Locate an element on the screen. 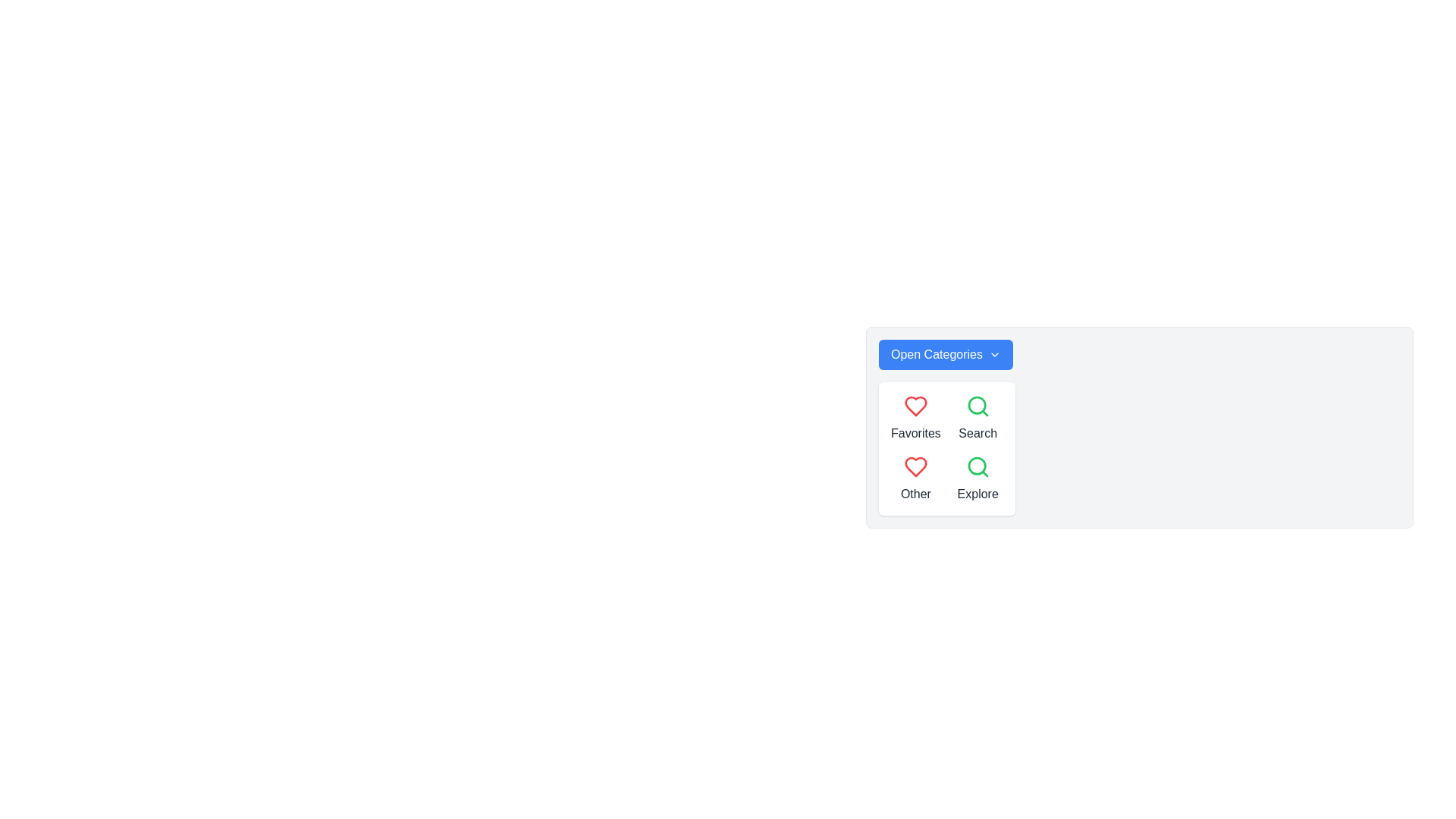 The height and width of the screenshot is (819, 1456). the 'Open Categories' dropdown button, which has a blue background and white text is located at coordinates (945, 354).